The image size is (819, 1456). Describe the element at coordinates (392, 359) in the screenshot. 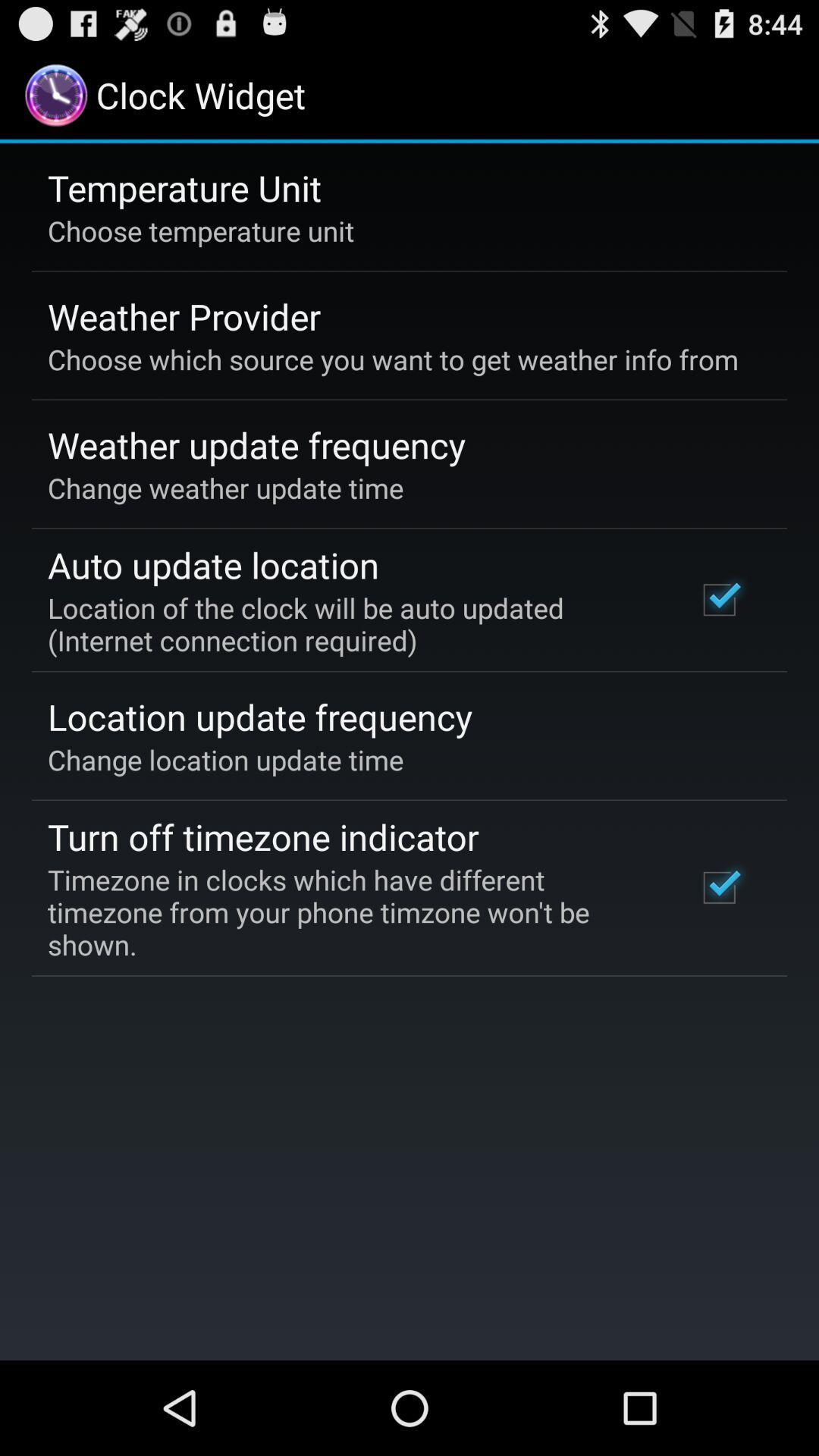

I see `the item above the weather update frequency` at that location.